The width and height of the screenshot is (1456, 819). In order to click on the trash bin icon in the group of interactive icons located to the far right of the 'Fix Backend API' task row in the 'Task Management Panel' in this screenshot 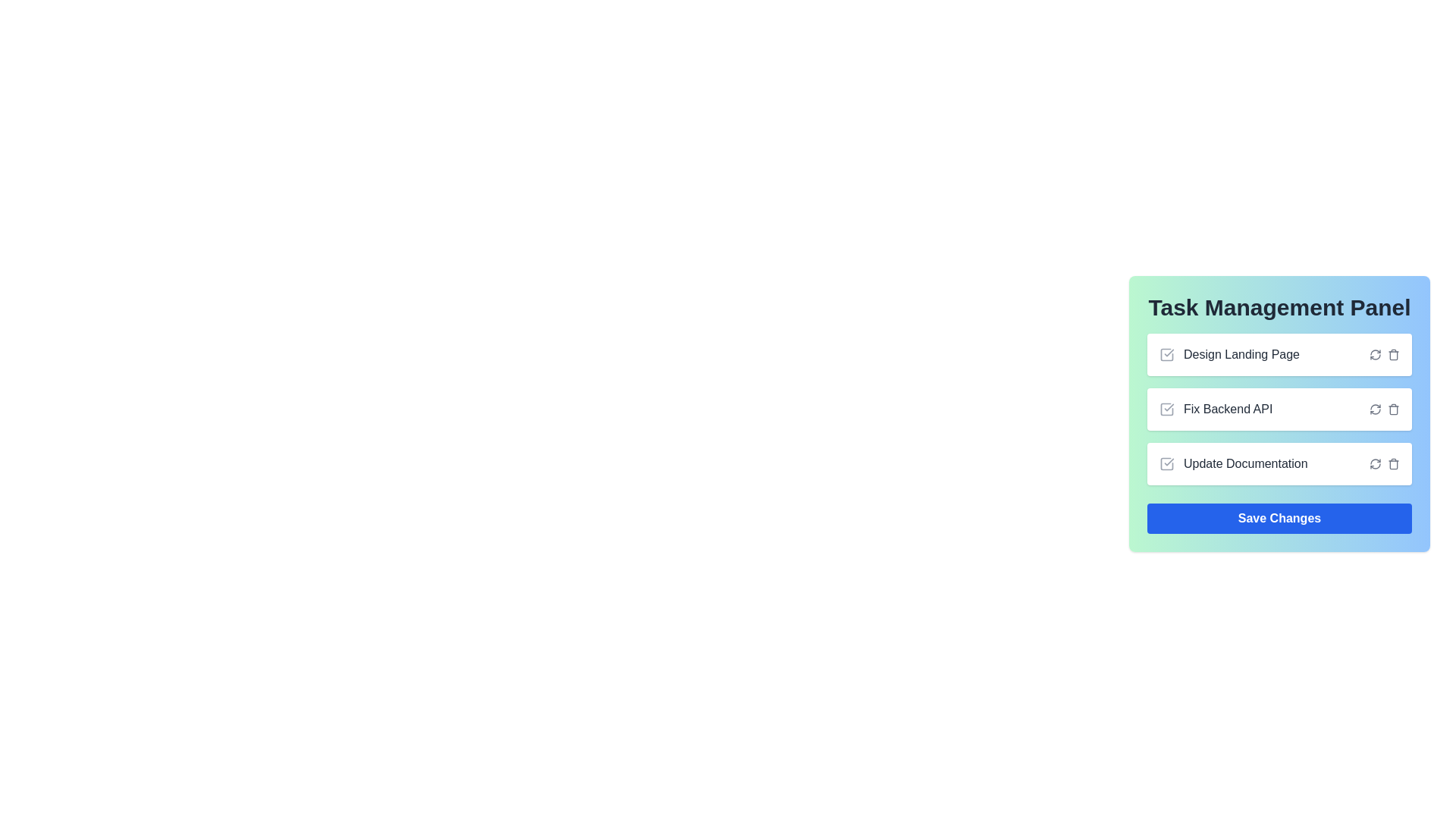, I will do `click(1384, 409)`.